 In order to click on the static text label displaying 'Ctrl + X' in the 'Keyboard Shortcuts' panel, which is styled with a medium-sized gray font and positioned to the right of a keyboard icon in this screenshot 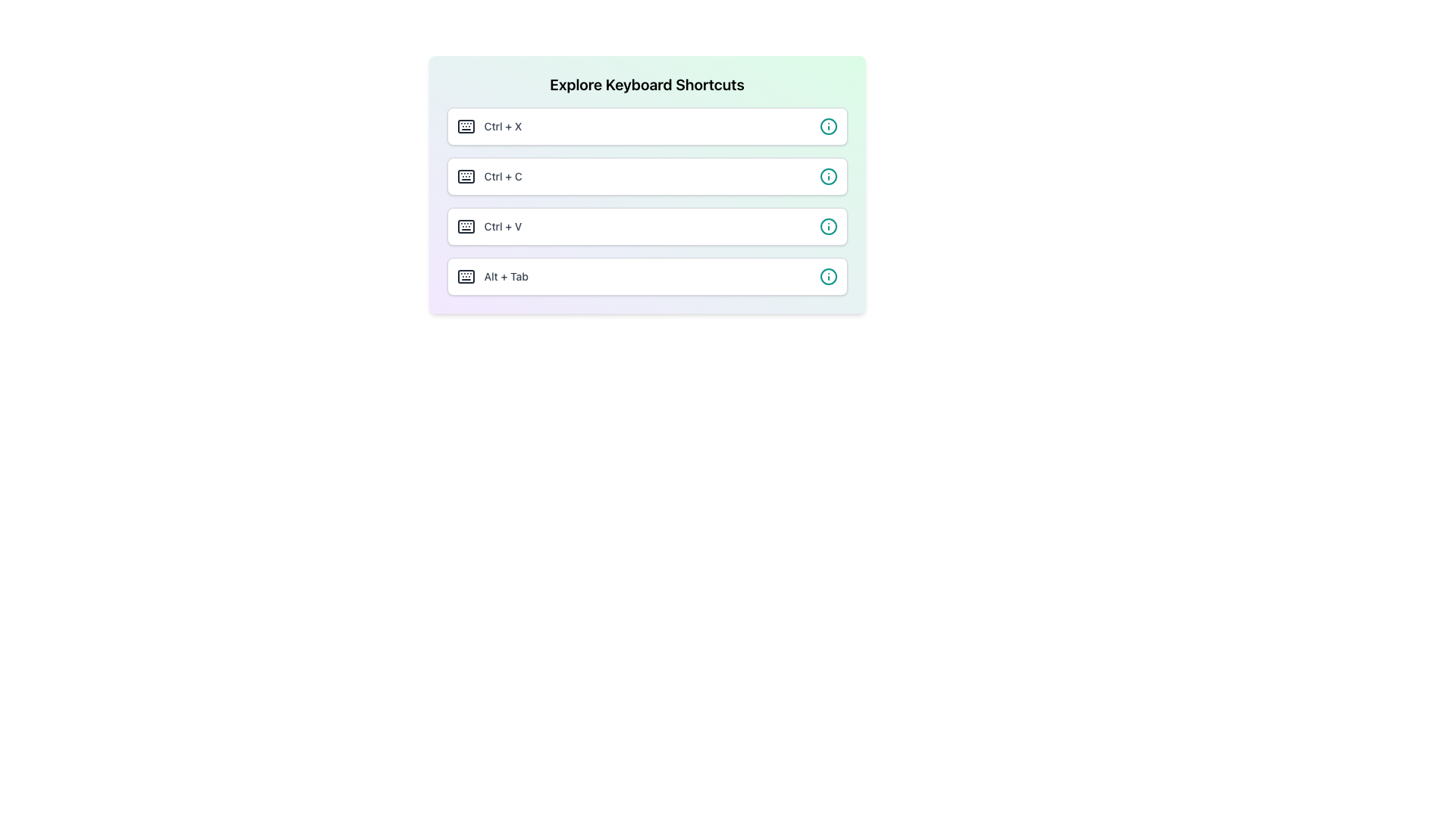, I will do `click(503, 125)`.